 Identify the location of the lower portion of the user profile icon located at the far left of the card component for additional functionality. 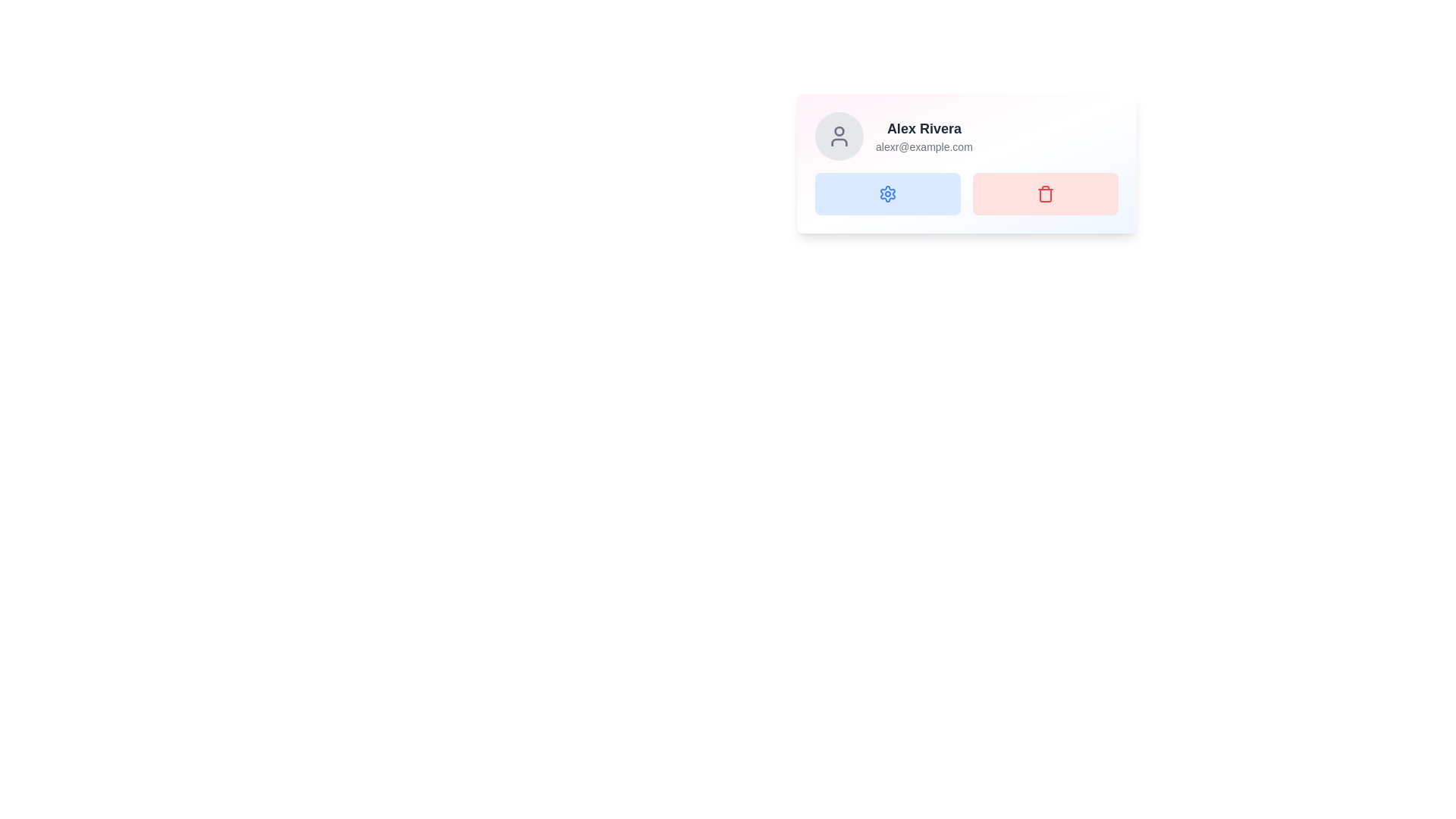
(839, 143).